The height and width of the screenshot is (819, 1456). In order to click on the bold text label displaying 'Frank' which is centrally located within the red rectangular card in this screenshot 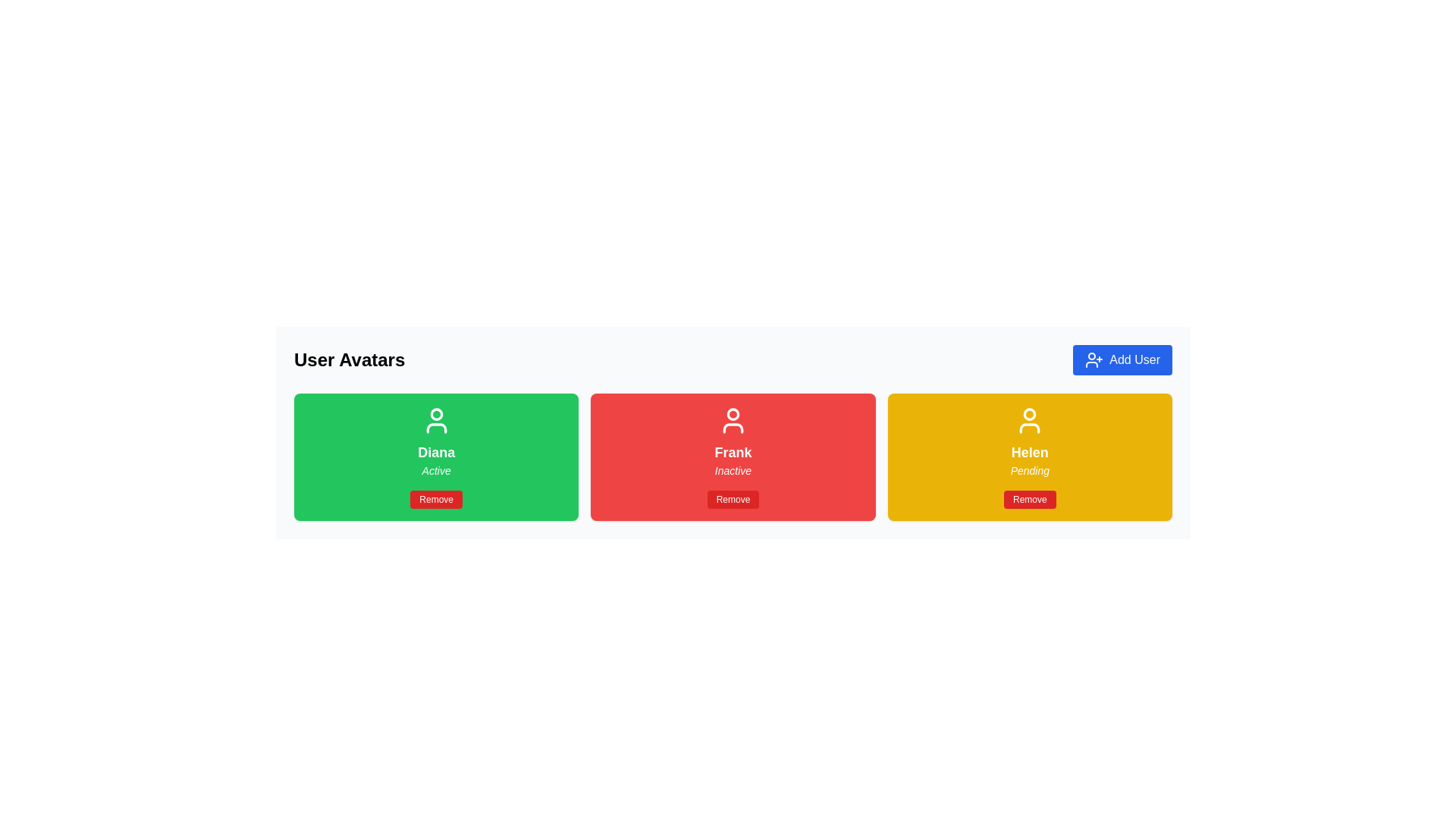, I will do `click(733, 452)`.